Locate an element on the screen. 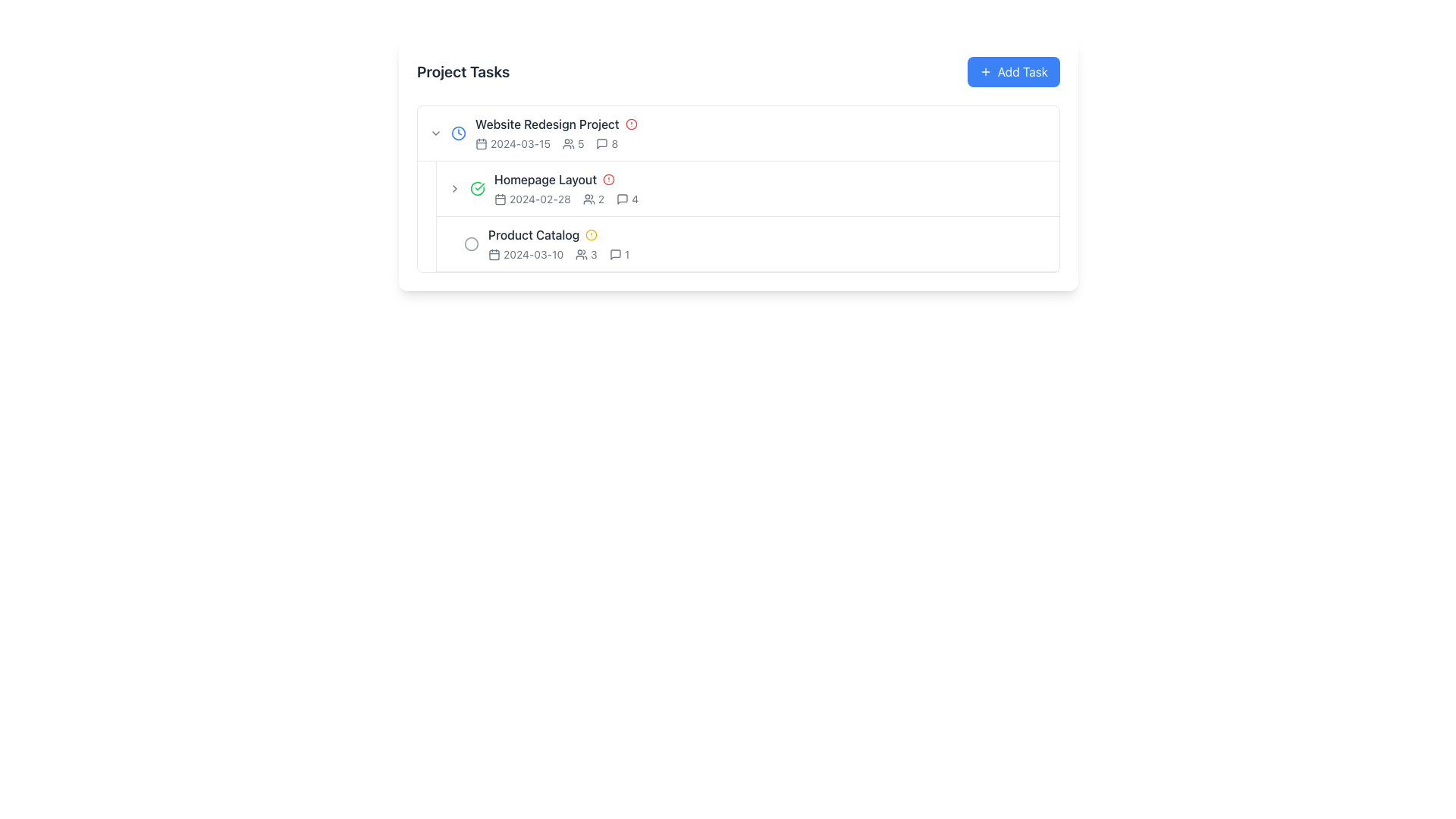  the list item titled 'Homepage Layout' is located at coordinates (748, 188).